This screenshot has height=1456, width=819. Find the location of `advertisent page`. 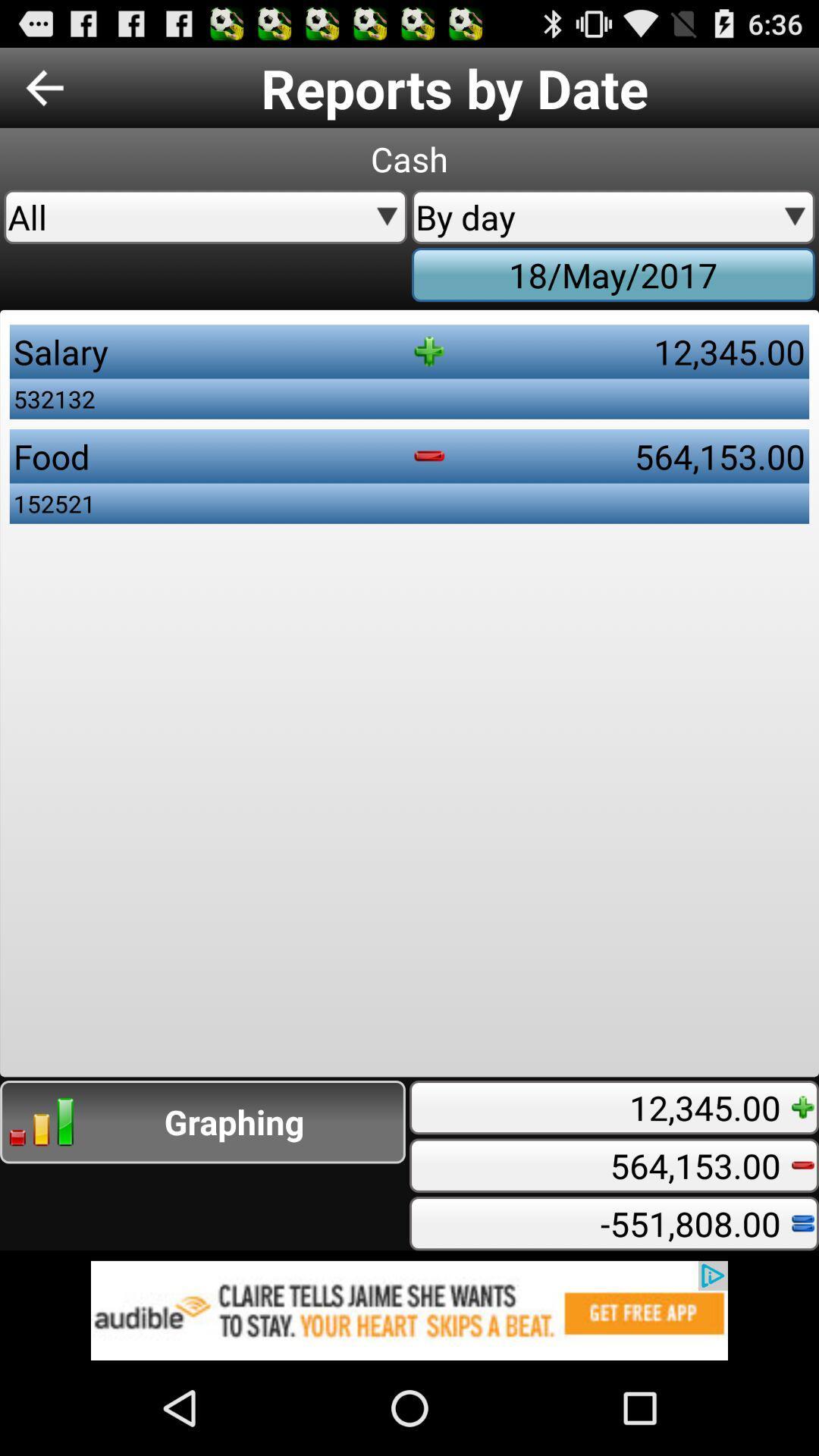

advertisent page is located at coordinates (409, 1310).